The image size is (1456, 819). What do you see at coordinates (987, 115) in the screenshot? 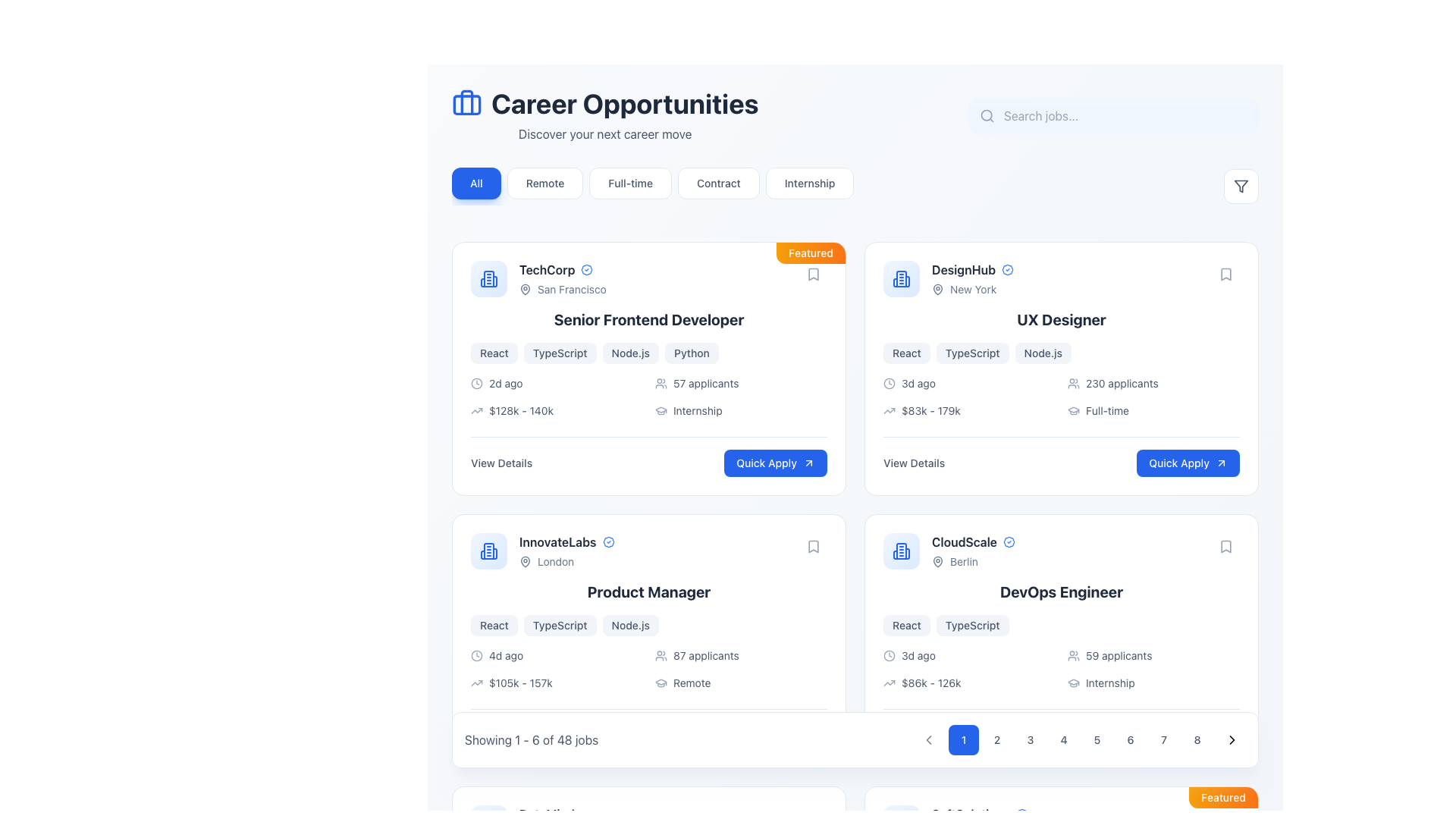
I see `the central circular part of the search icon, which is filled and located at the right side of the header section next to the job search text input field` at bounding box center [987, 115].